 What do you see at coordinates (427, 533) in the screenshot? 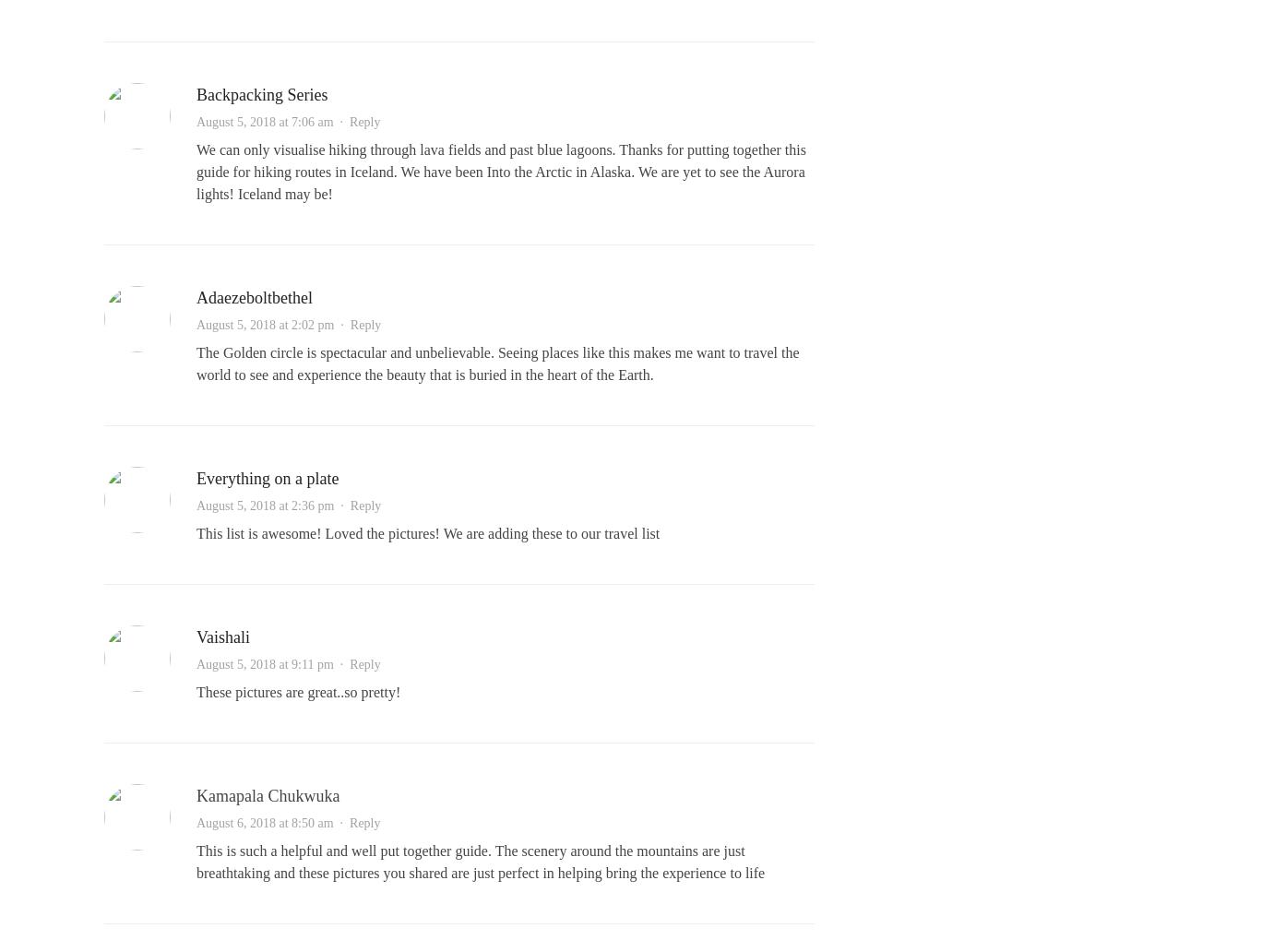
I see `'This list is awesome! Loved the pictures! We are adding these to our travel list'` at bounding box center [427, 533].